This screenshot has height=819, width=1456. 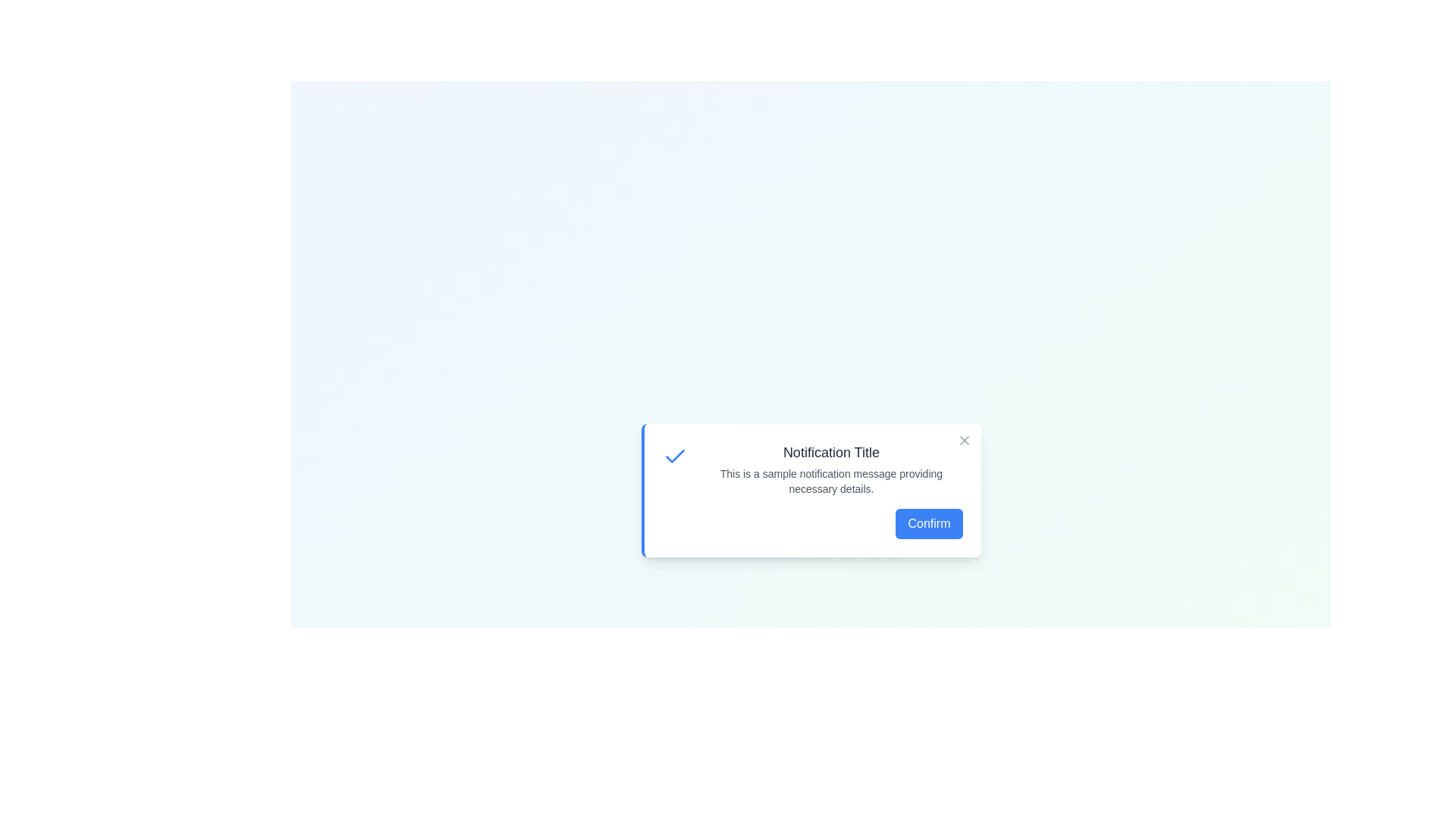 What do you see at coordinates (963, 441) in the screenshot?
I see `the close button of the notification` at bounding box center [963, 441].